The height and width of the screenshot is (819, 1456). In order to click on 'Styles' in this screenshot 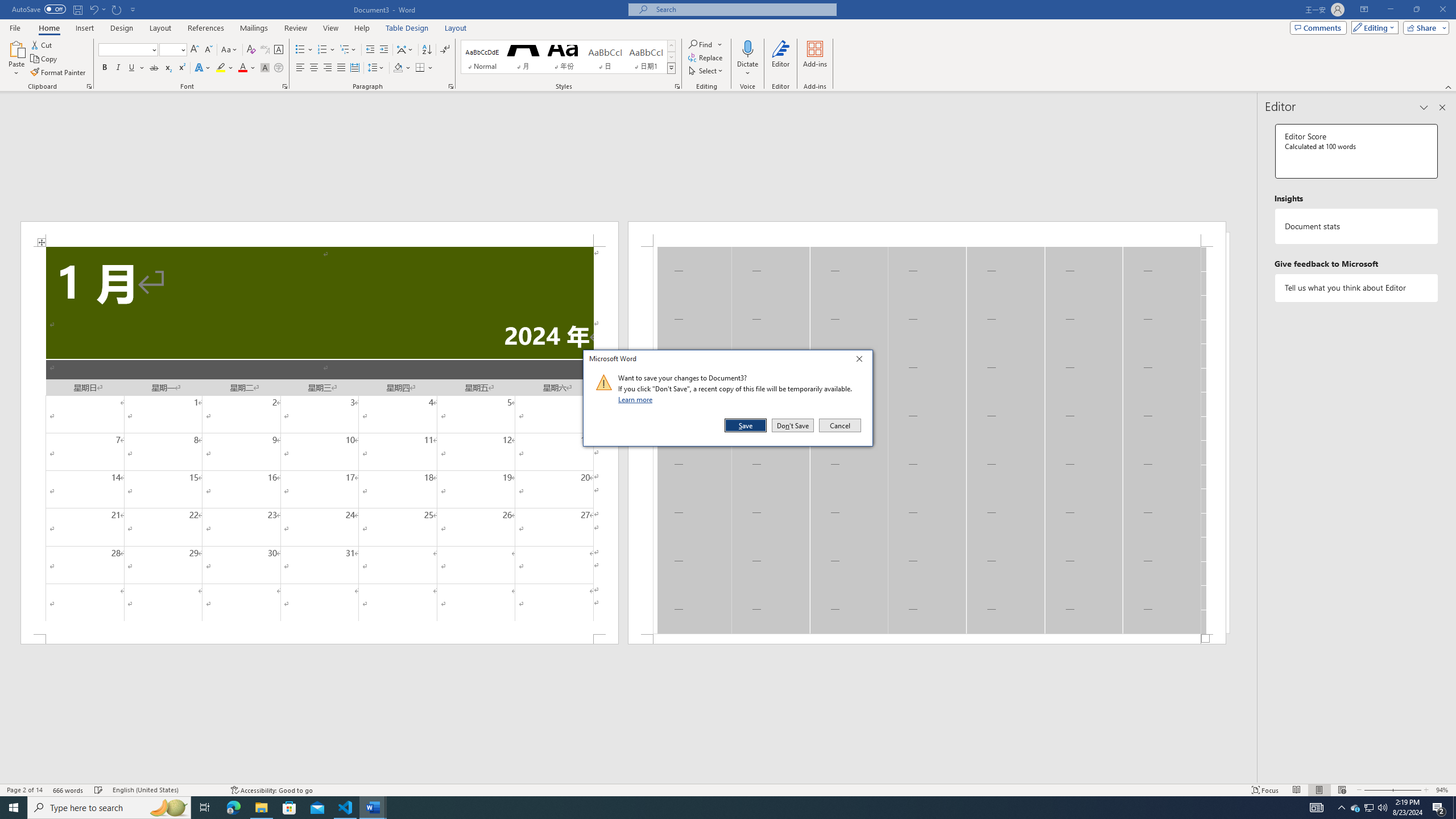, I will do `click(671, 67)`.